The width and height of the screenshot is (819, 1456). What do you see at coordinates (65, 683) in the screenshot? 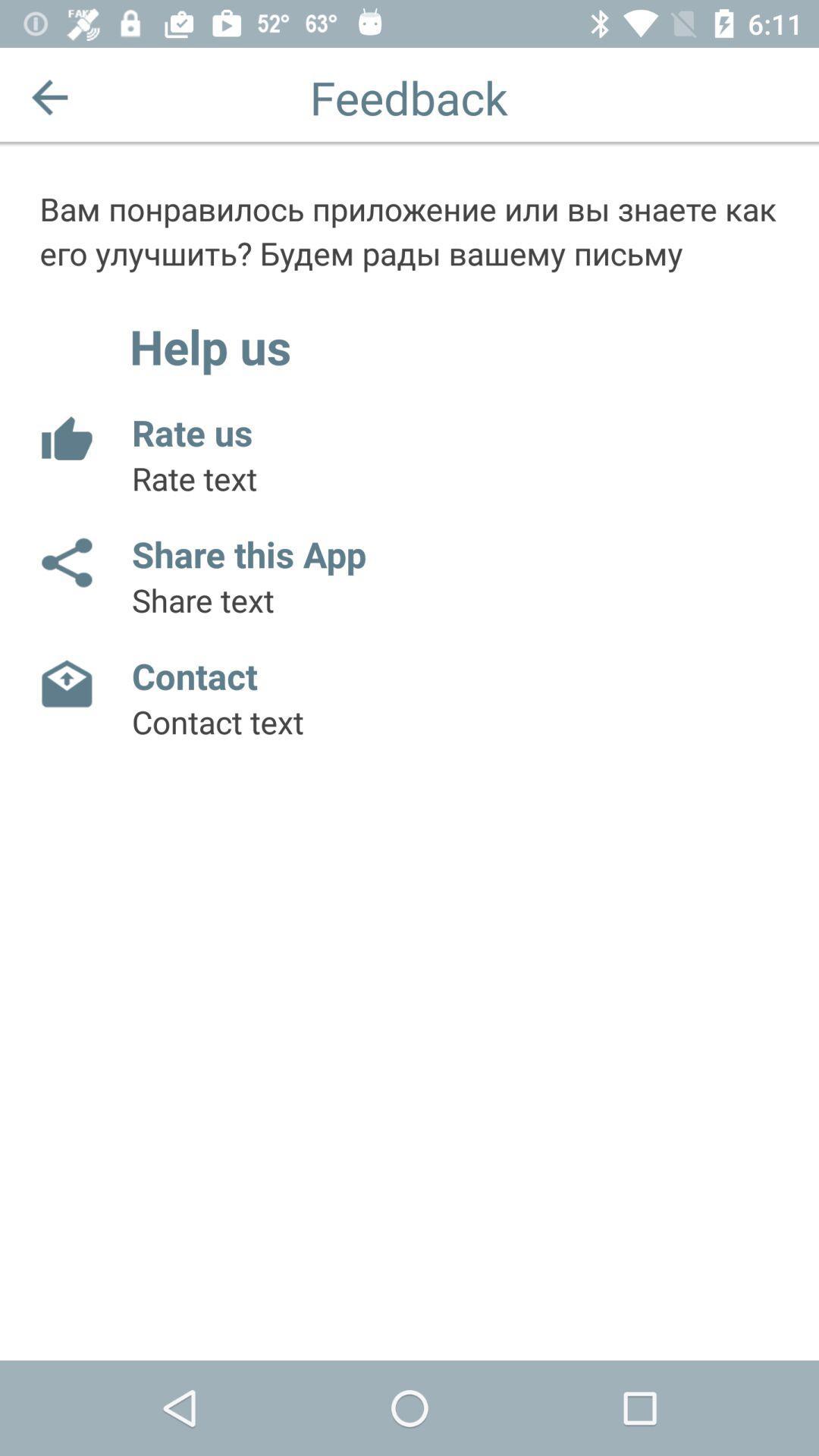
I see `app next to the contact` at bounding box center [65, 683].